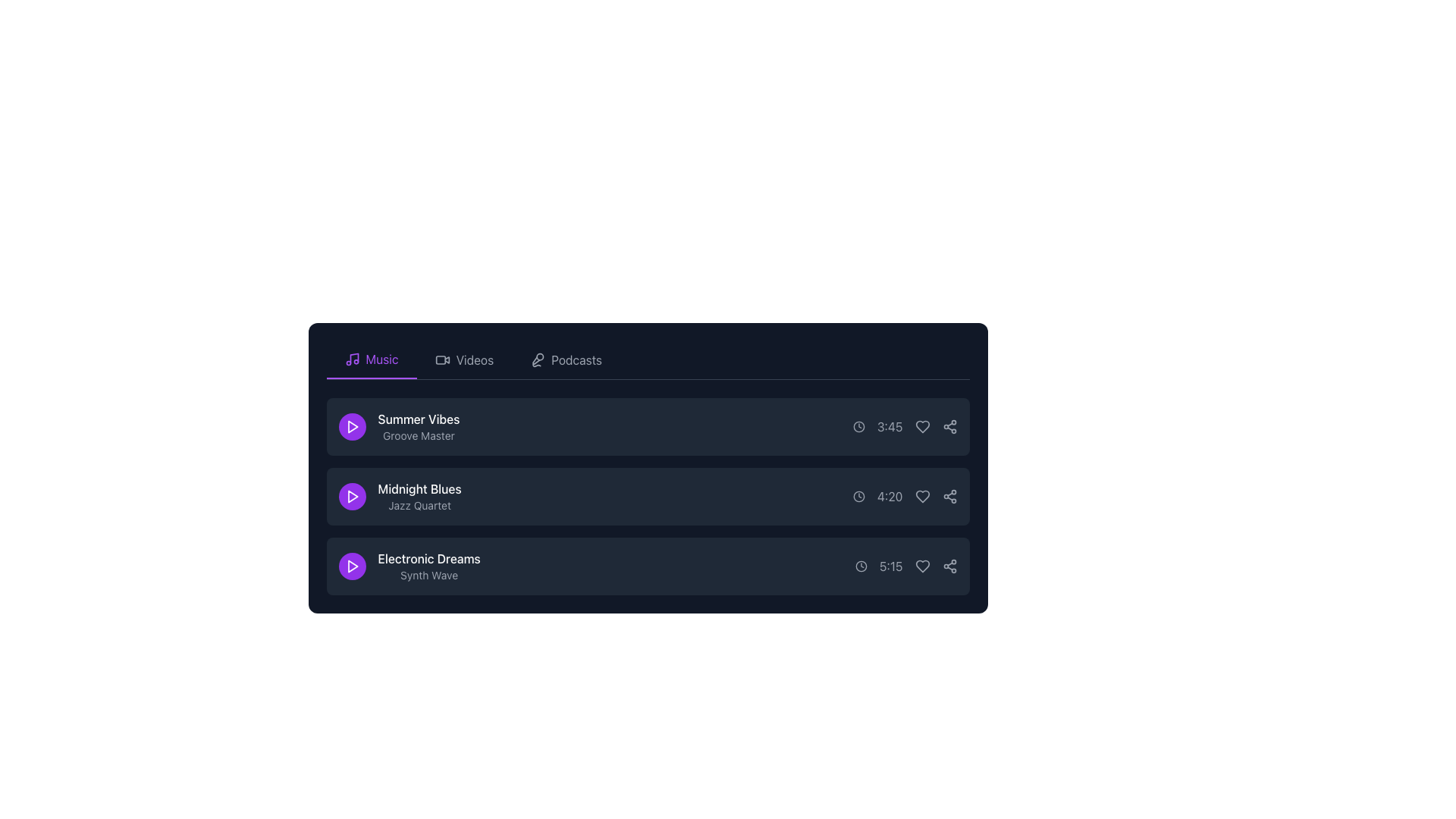 This screenshot has width=1456, height=819. I want to click on the clock icon, which is a circular shape with hands indicating time, located to the left of the text '3:45' in the first entry of a vertically stacked list, so click(858, 427).